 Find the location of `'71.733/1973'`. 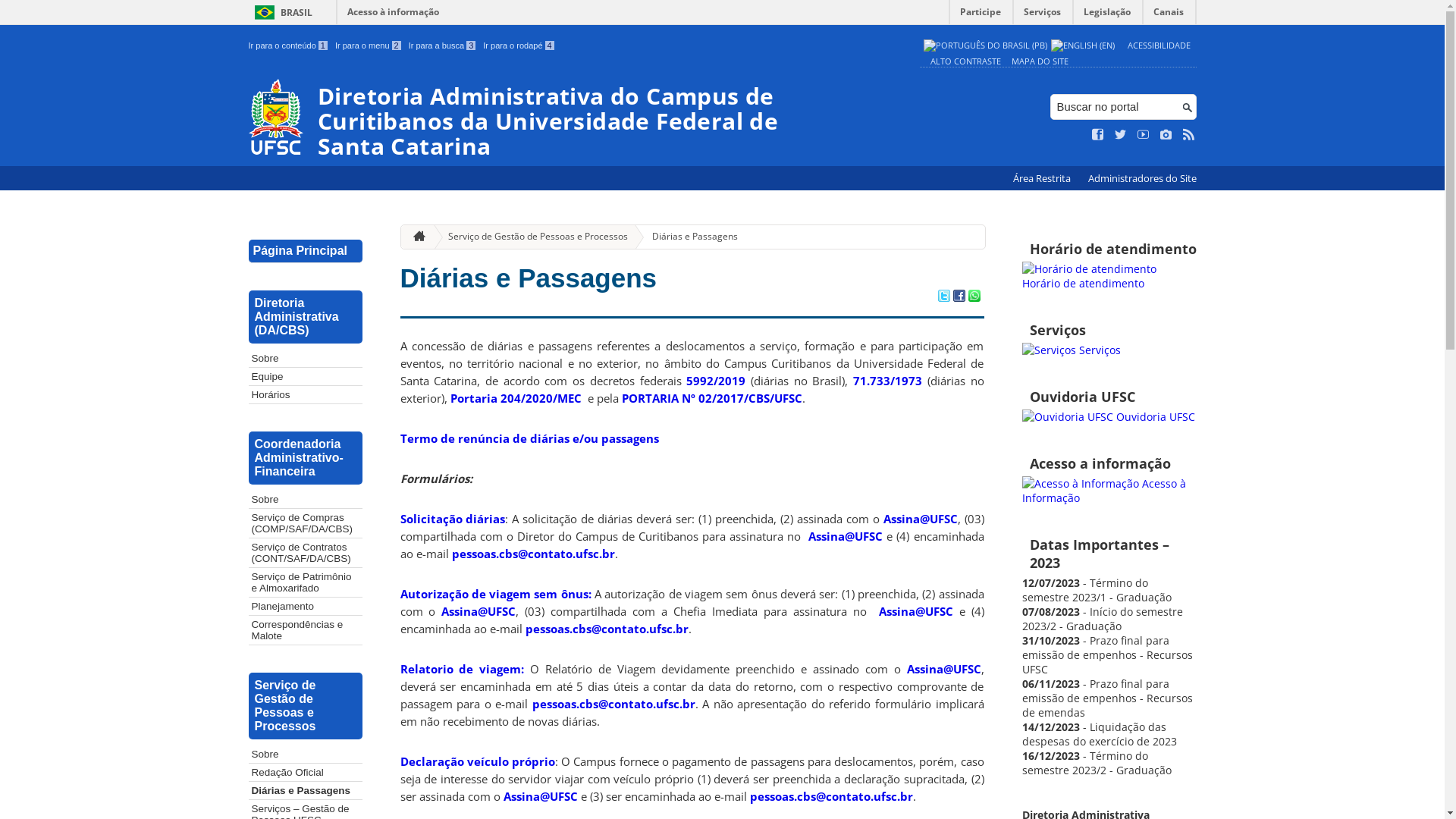

'71.733/1973' is located at coordinates (887, 379).